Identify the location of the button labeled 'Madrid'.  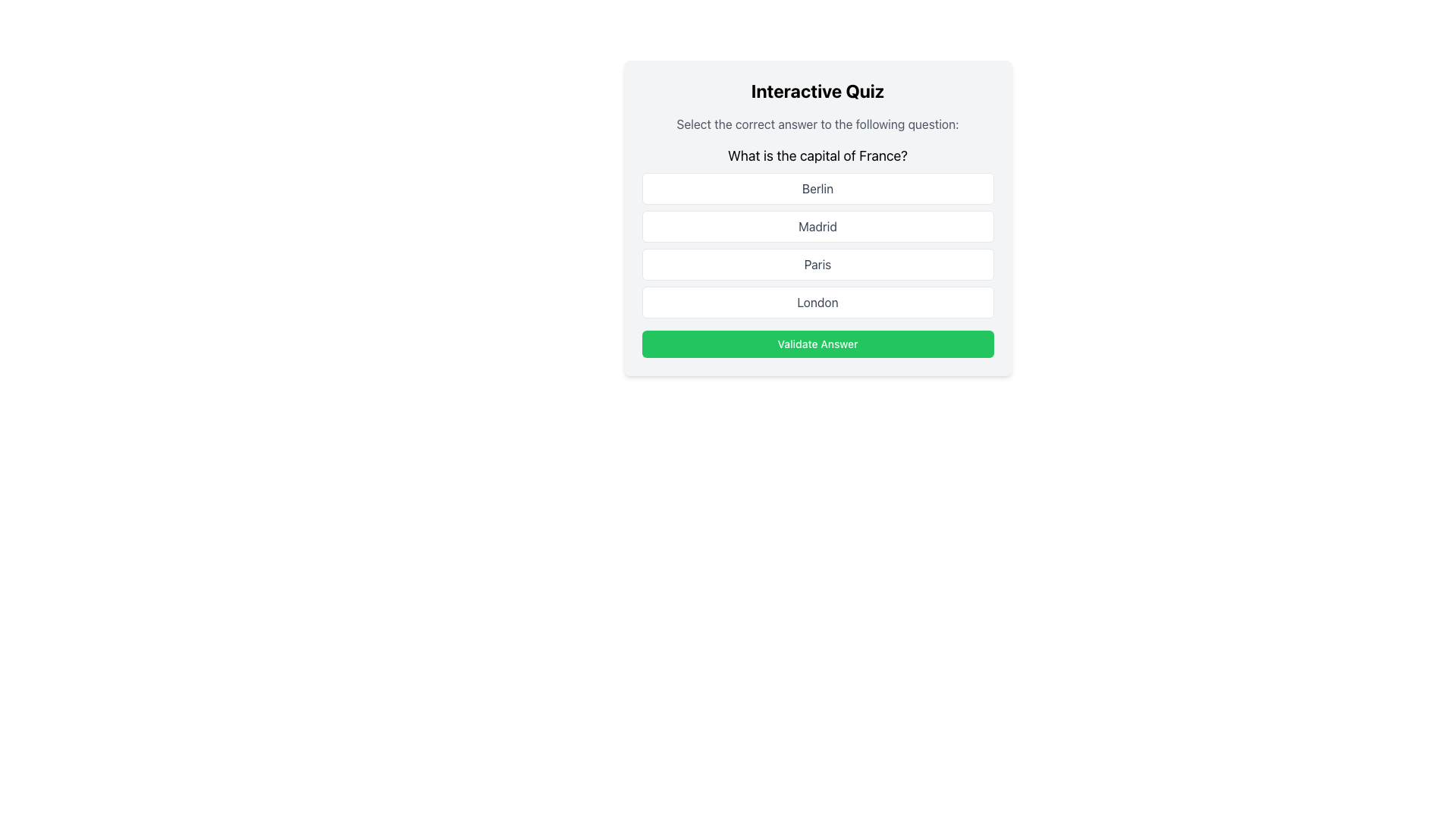
(817, 218).